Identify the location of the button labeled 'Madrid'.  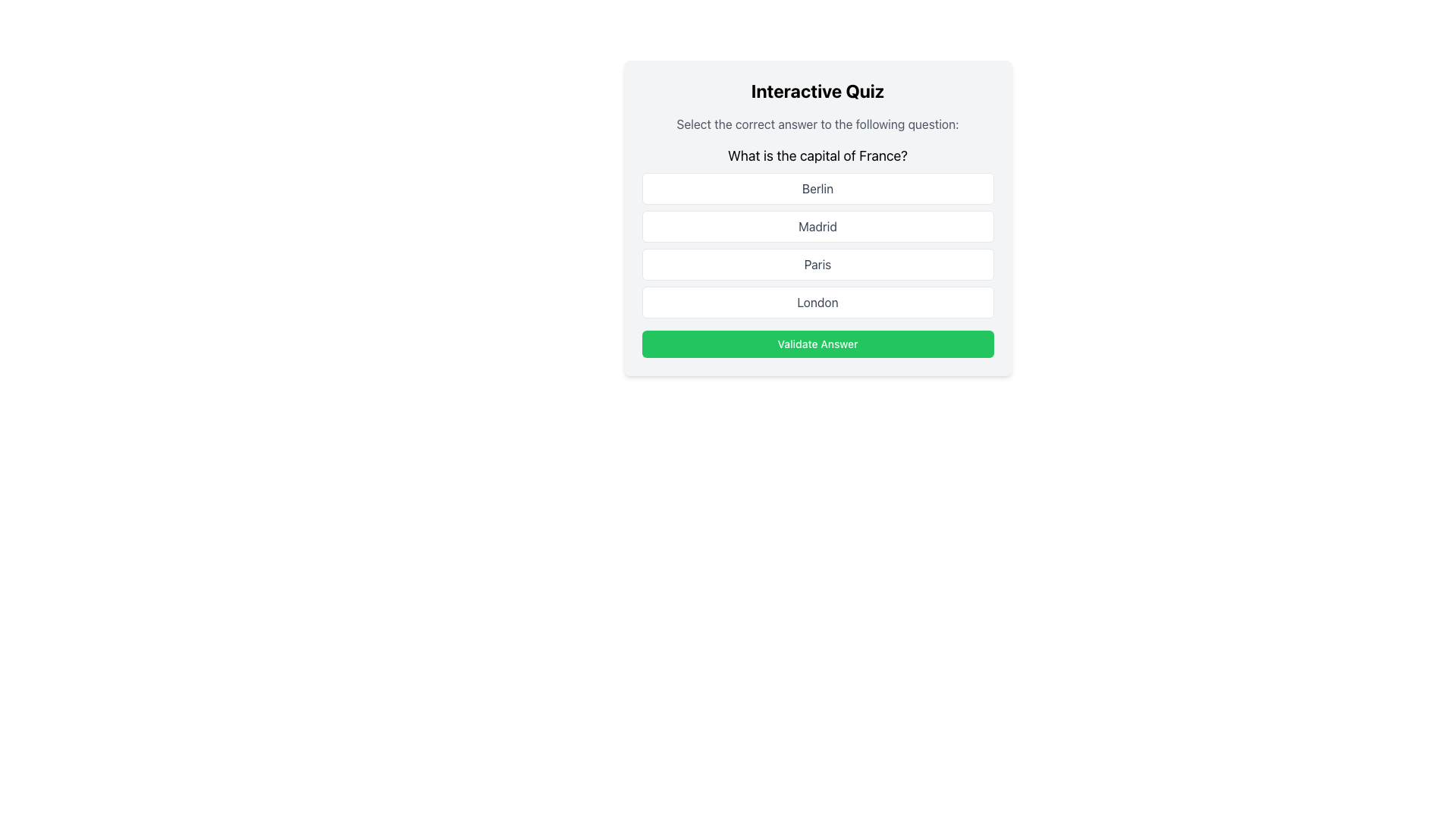
(817, 218).